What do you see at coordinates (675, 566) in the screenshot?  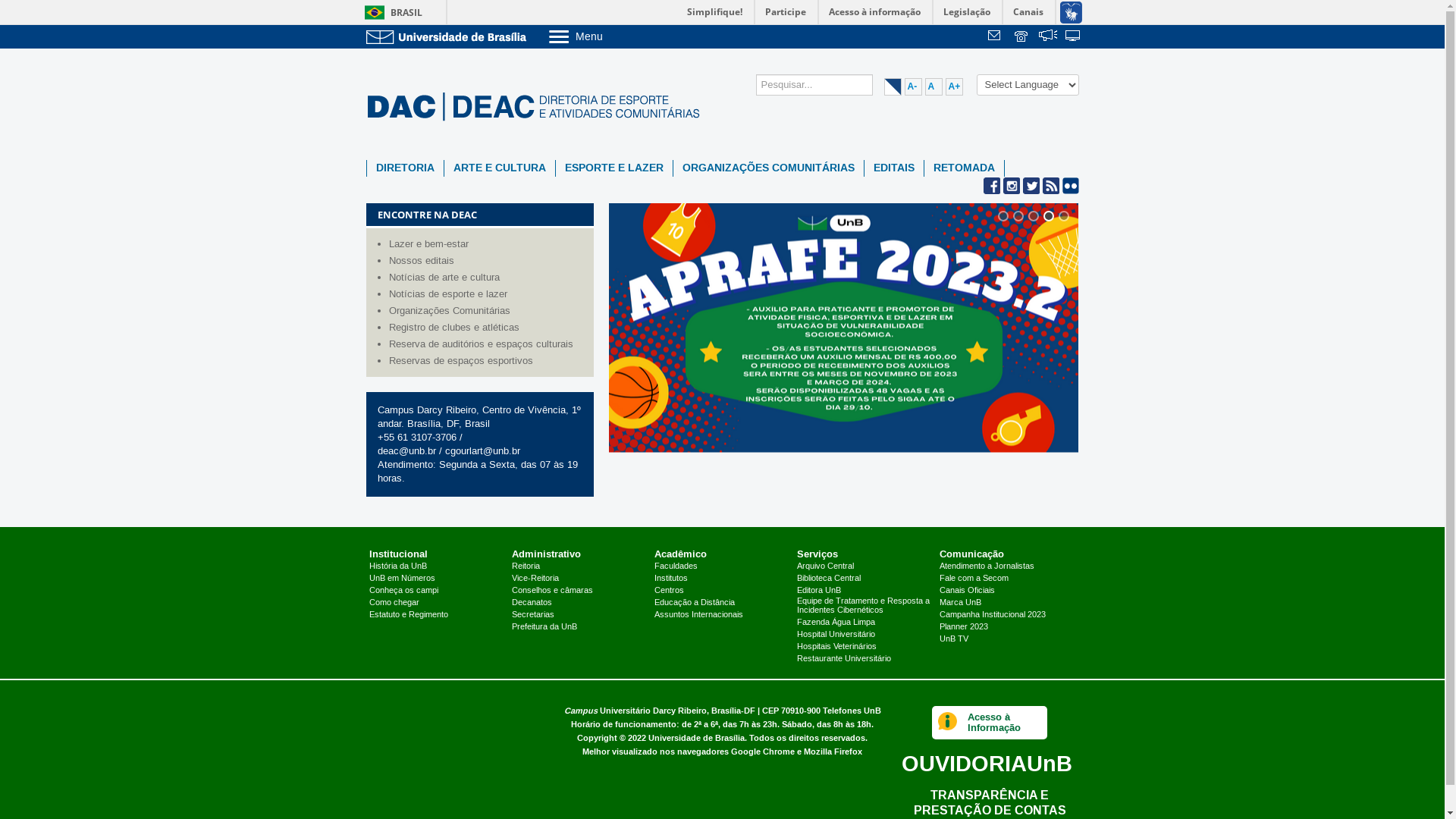 I see `'Faculdades'` at bounding box center [675, 566].